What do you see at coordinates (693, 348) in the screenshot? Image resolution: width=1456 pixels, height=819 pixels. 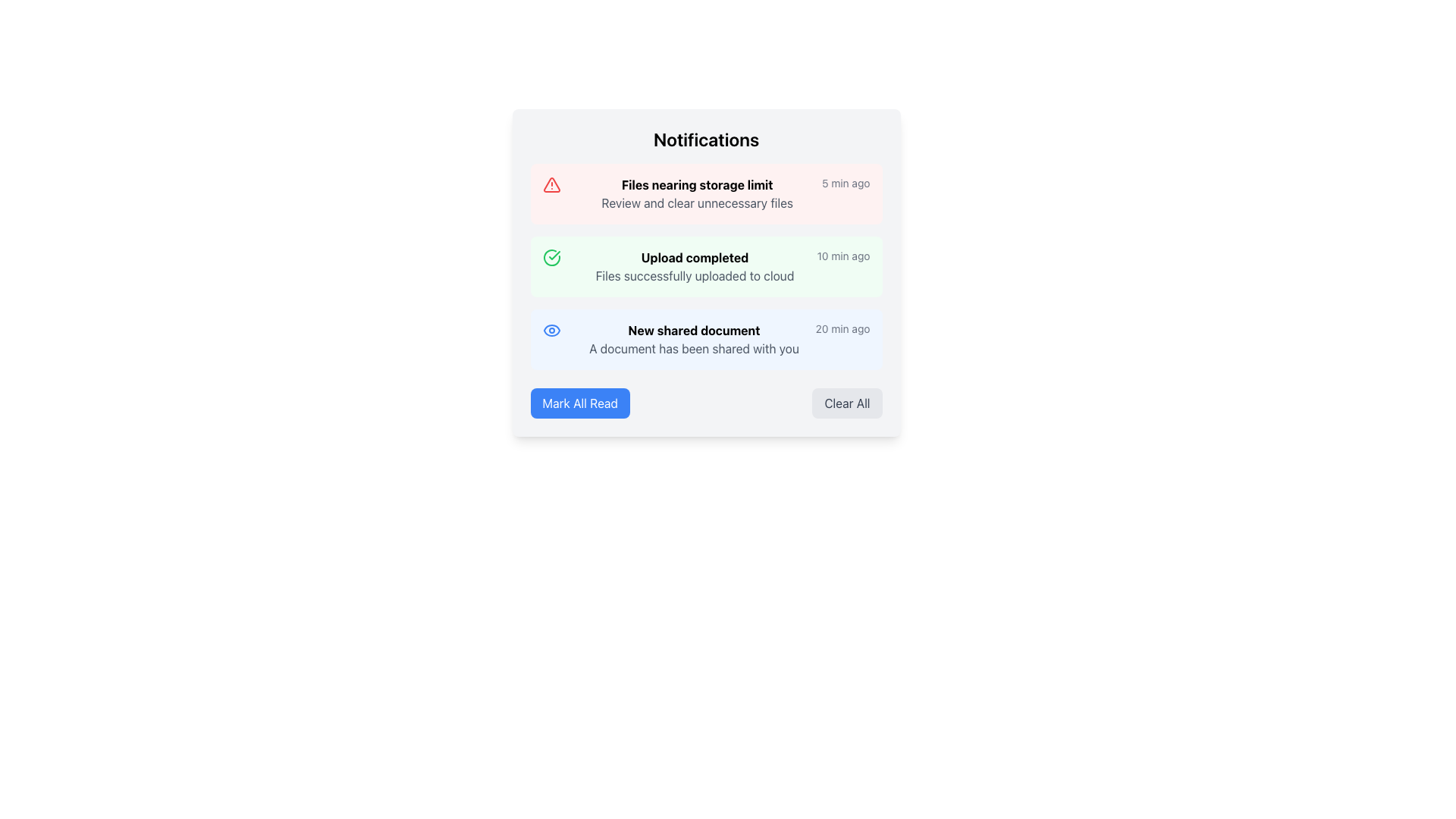 I see `the text element stating 'A document has been shared with you', which is styled in subdued gray and located beneath the bold title 'New shared document' in the third notification of a vertically-stacked list` at bounding box center [693, 348].